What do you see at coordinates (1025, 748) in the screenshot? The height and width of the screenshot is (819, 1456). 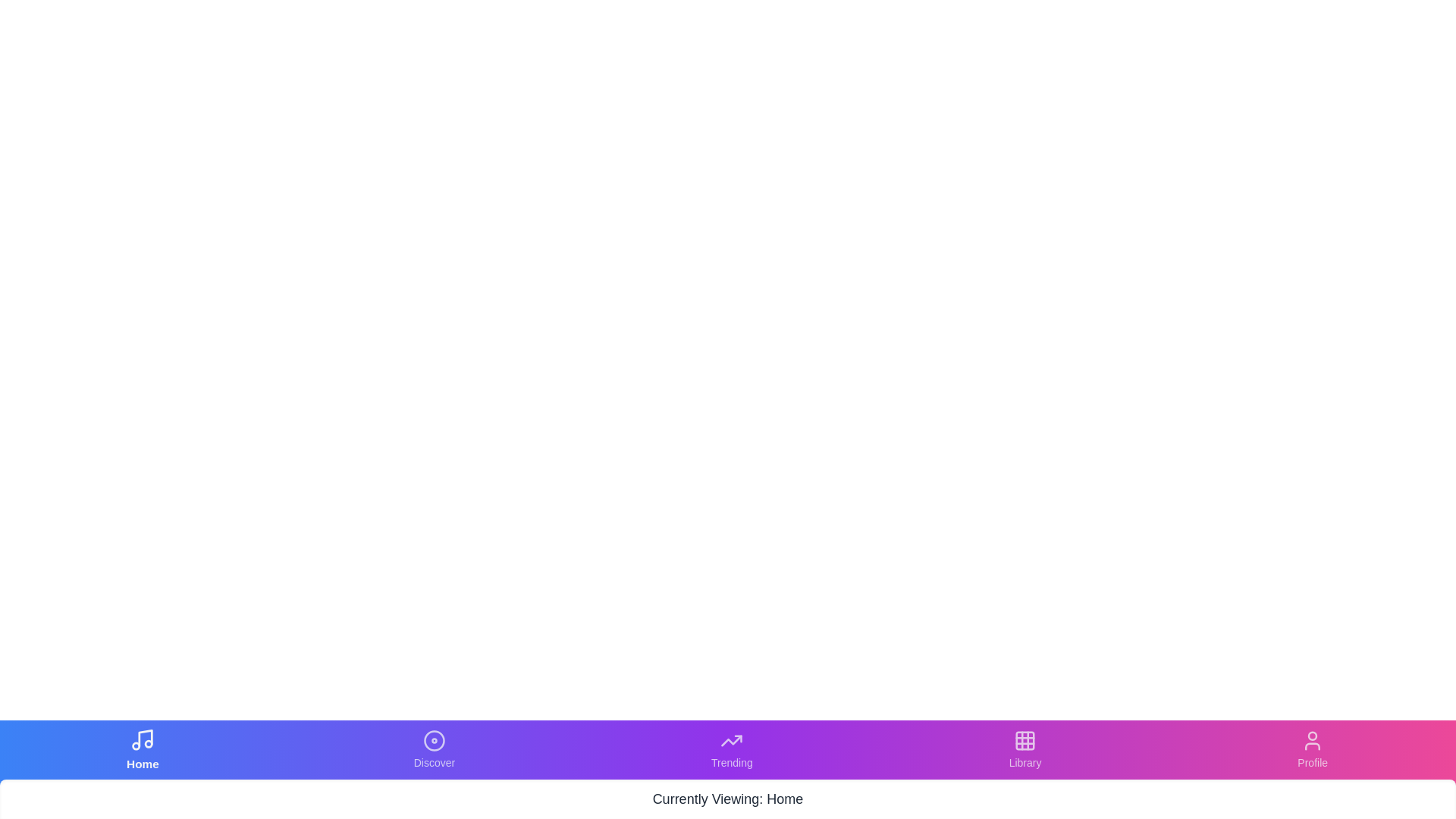 I see `the Library tab to navigate to it` at bounding box center [1025, 748].